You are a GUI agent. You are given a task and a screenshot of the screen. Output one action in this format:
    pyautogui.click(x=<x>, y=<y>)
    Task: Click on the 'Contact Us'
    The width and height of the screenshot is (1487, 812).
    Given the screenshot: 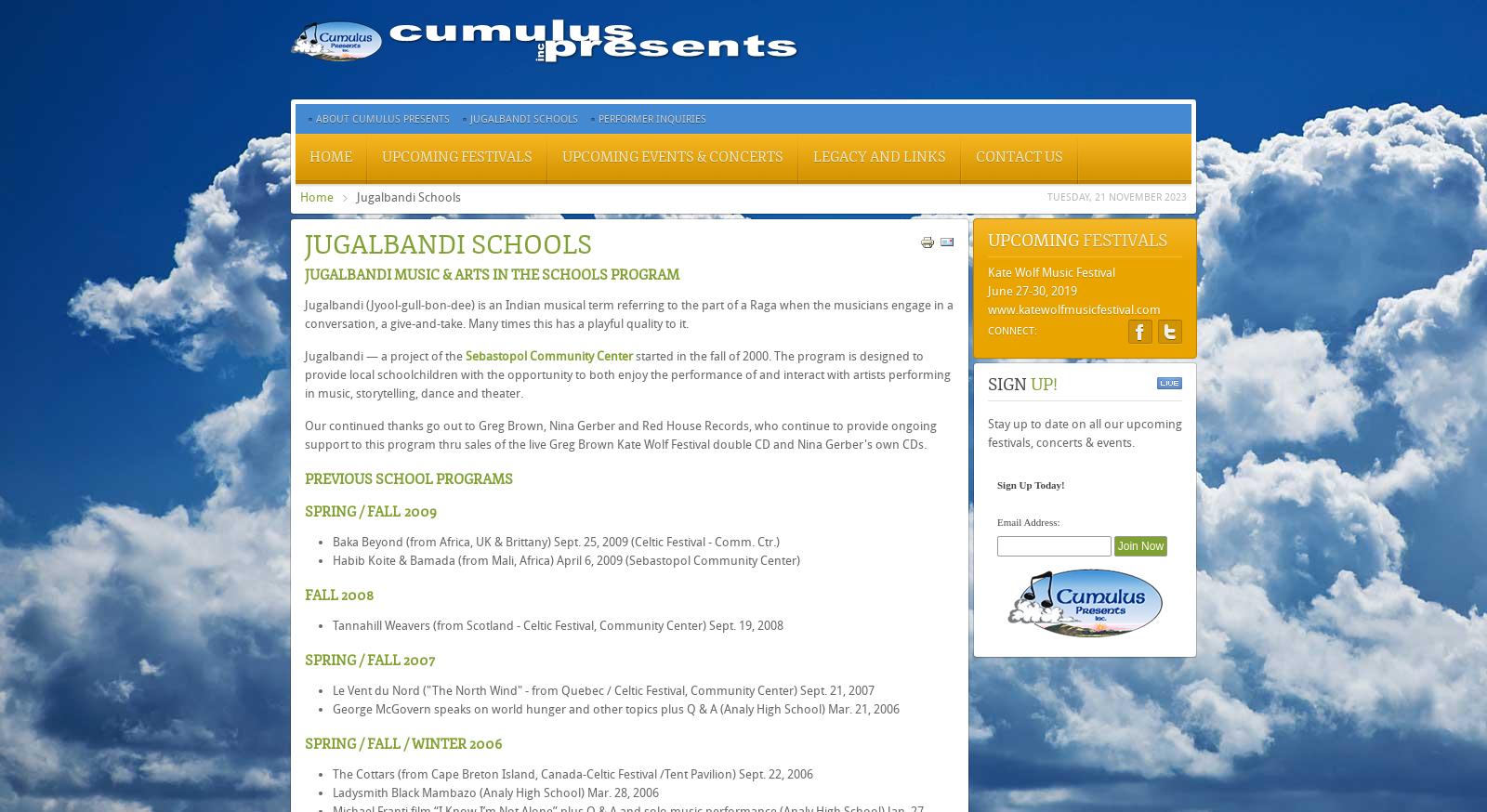 What is the action you would take?
    pyautogui.click(x=1019, y=156)
    